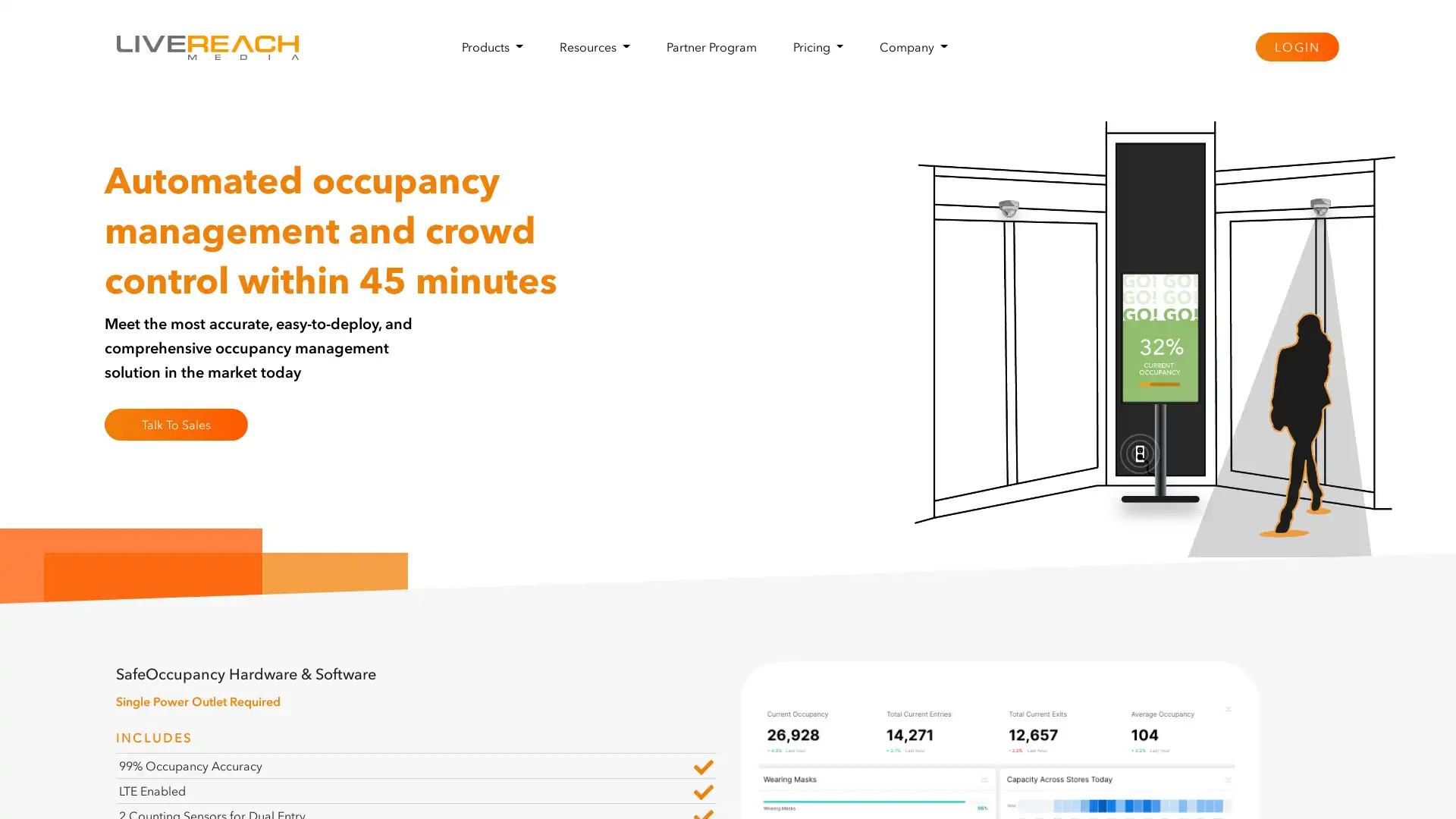  Describe the element at coordinates (1295, 45) in the screenshot. I see `LOGIN` at that location.